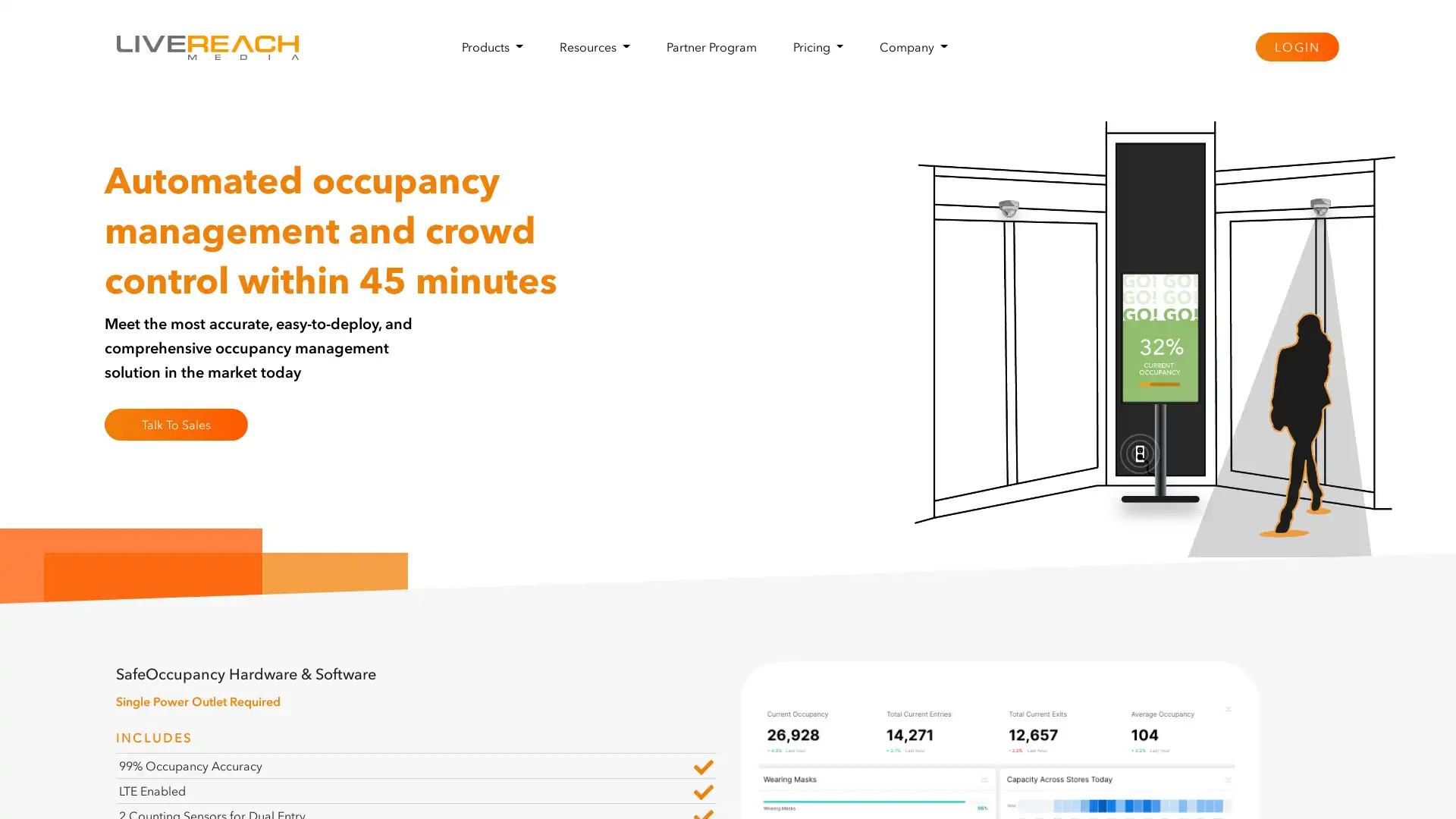  Describe the element at coordinates (1295, 45) in the screenshot. I see `LOGIN` at that location.